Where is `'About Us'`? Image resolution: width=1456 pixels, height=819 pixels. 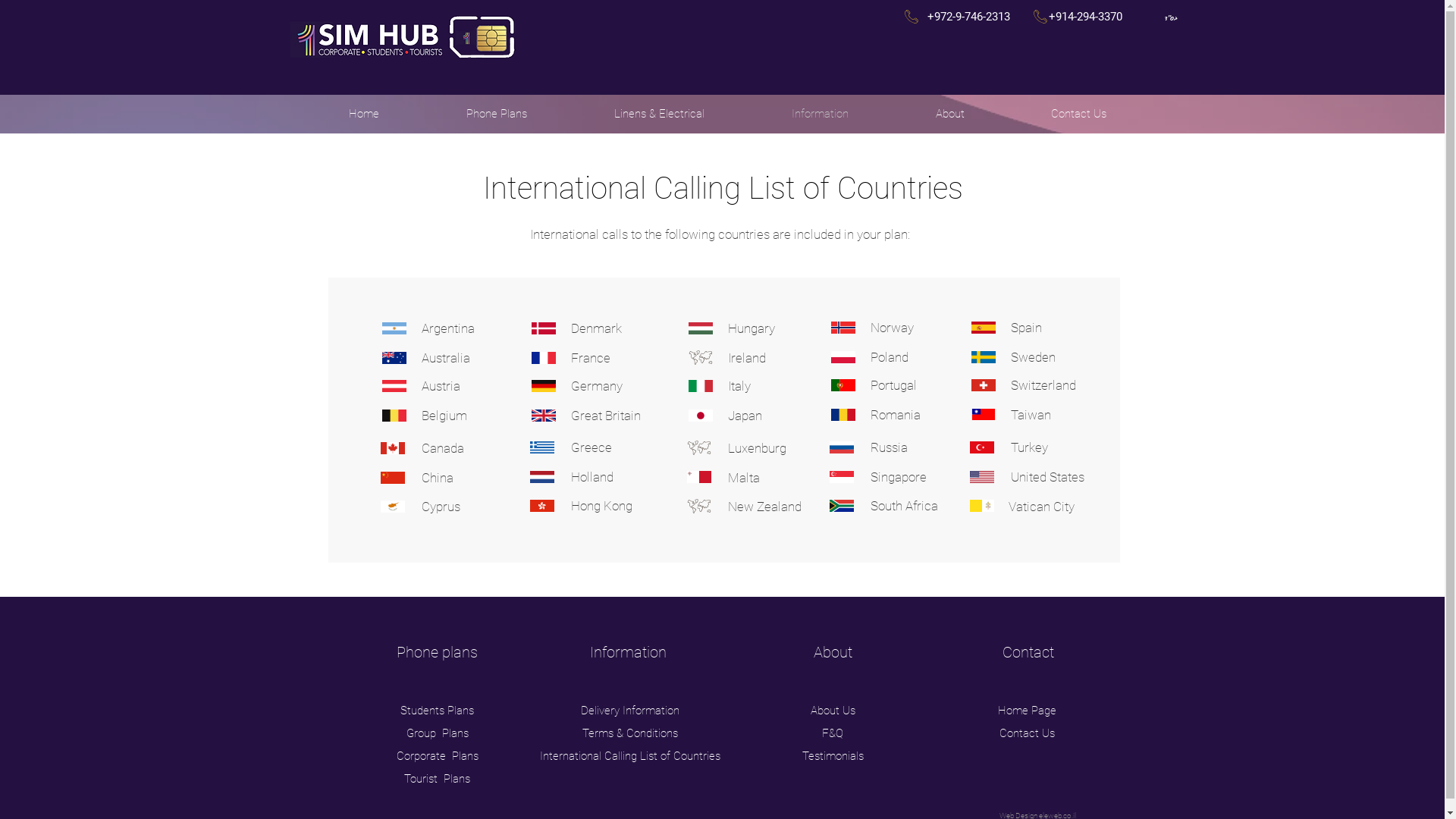 'About Us' is located at coordinates (831, 711).